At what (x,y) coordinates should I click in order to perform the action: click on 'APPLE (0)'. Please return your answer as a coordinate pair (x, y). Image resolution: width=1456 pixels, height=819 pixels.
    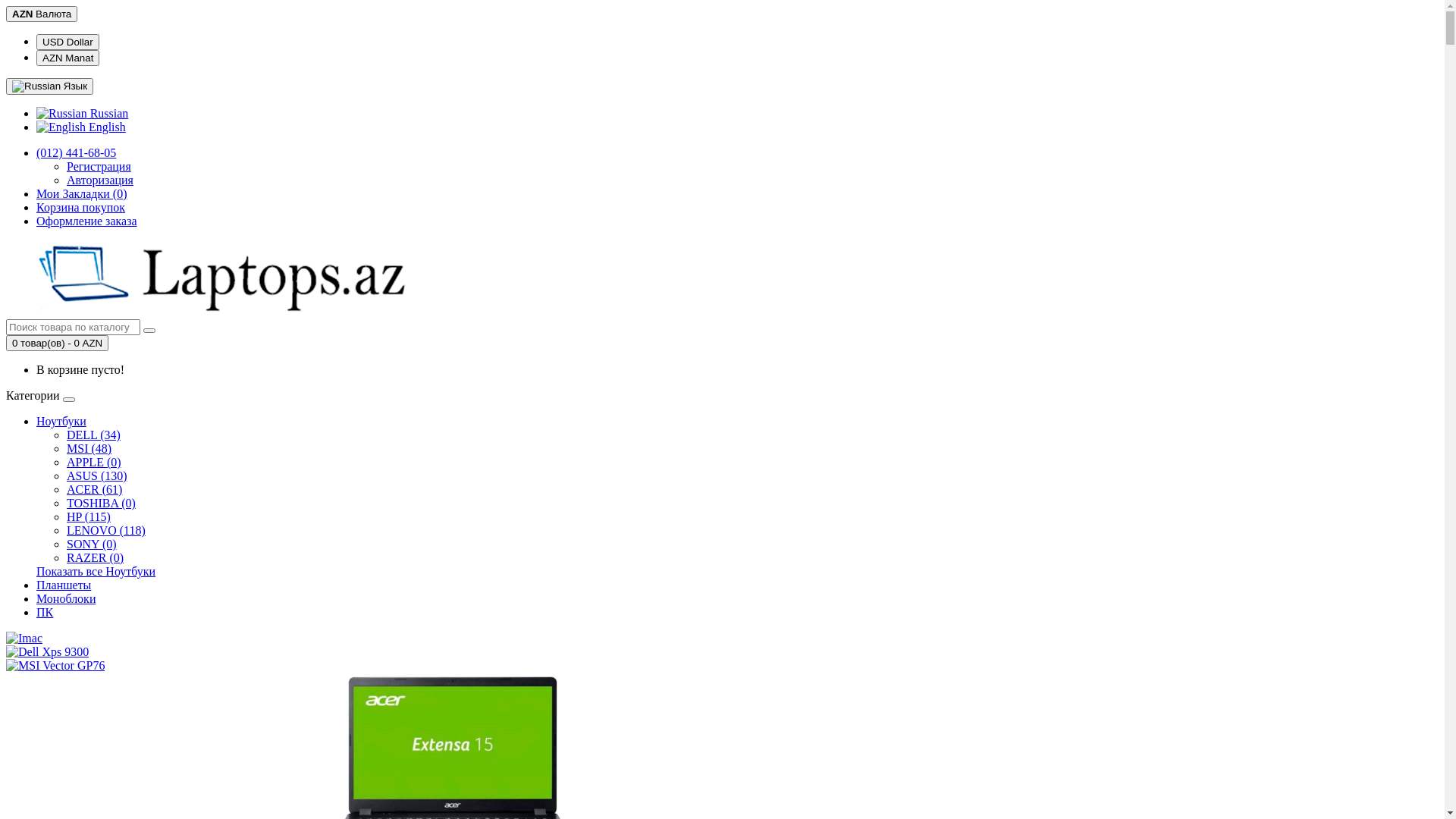
    Looking at the image, I should click on (93, 461).